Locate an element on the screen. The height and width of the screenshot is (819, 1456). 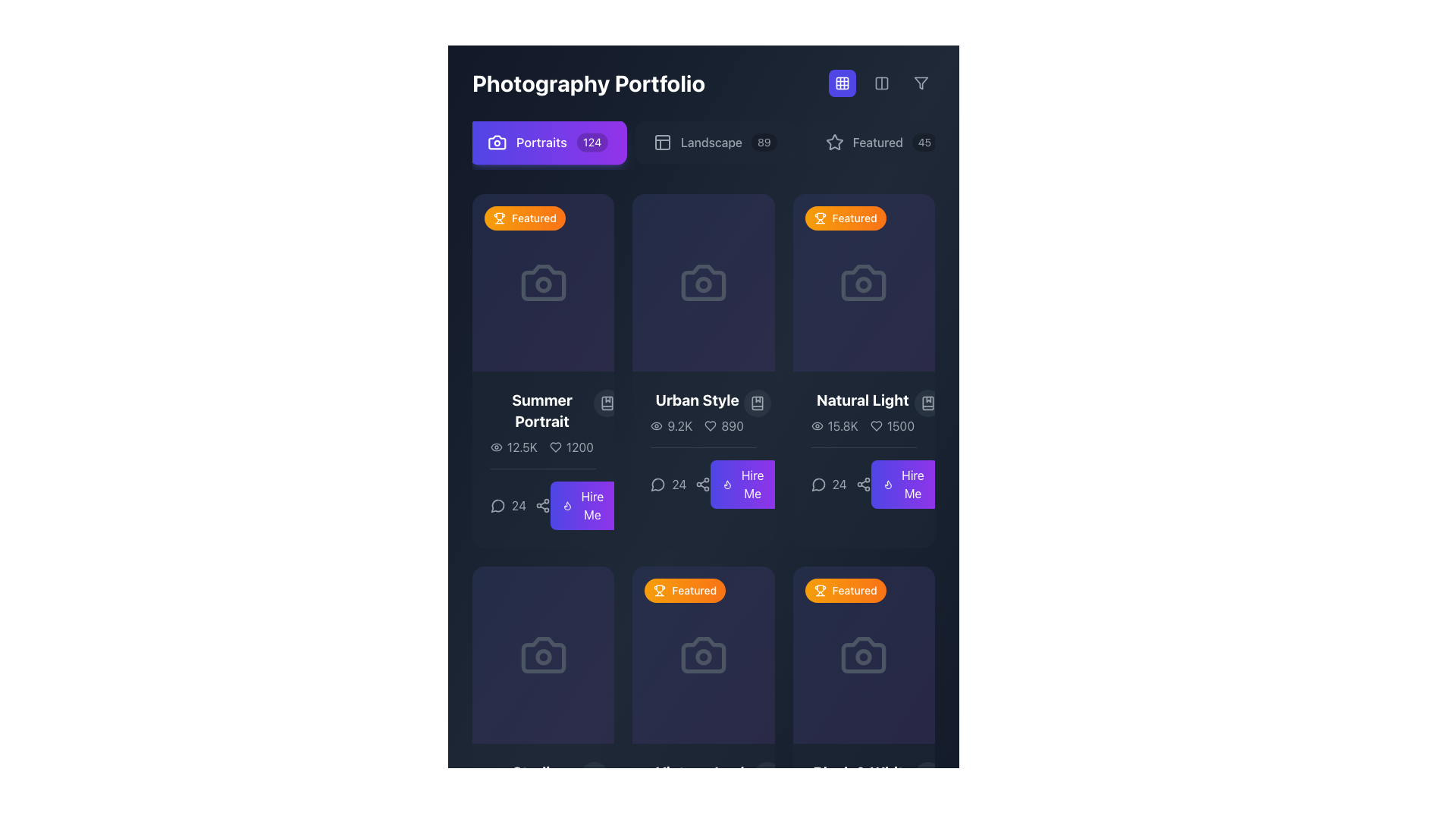
the decorative circle element that represents the camera icon in the second row and third column of the 'Photography Portfolio' section, which is part of a set of featured cards is located at coordinates (702, 656).